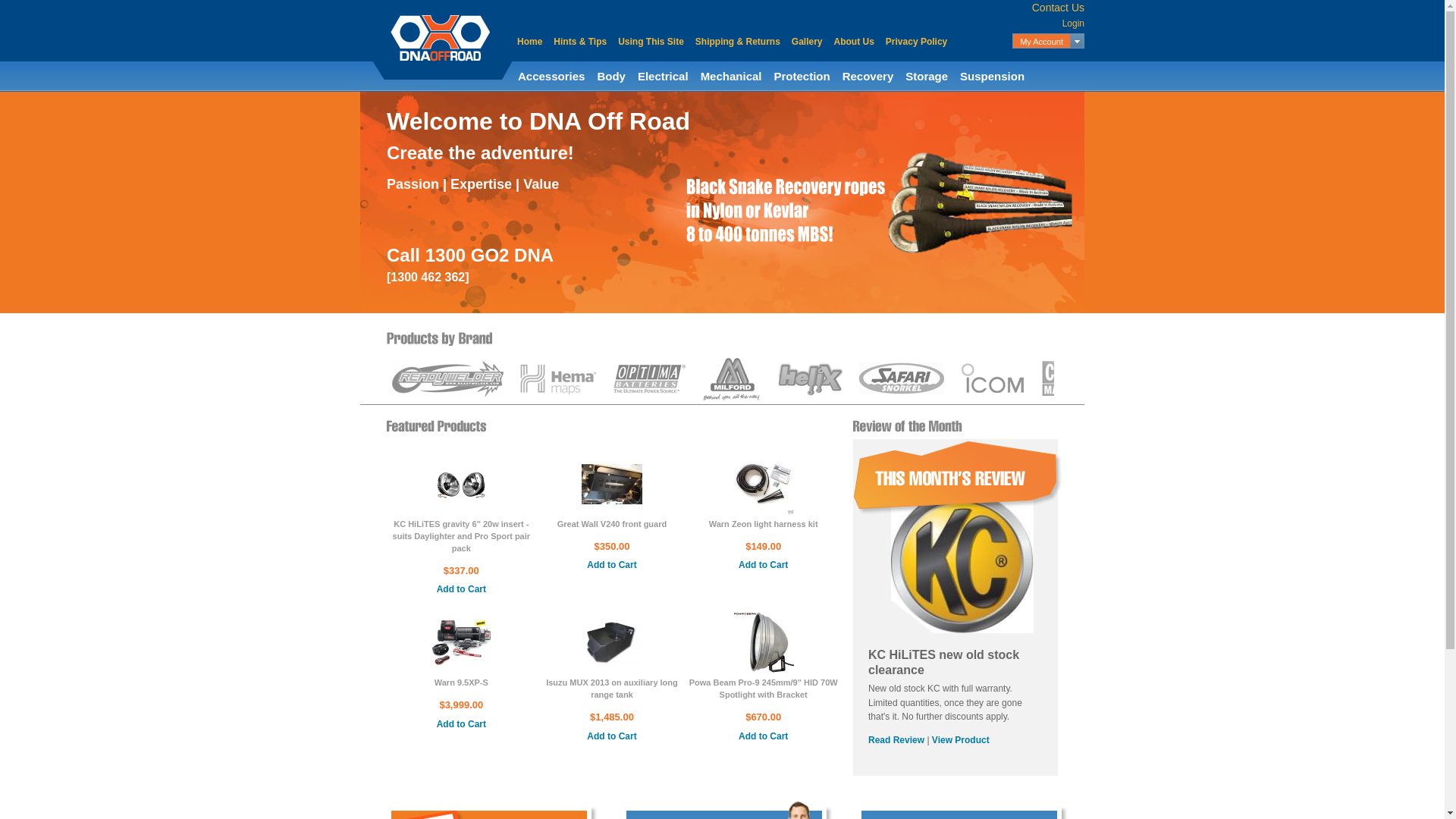 The height and width of the screenshot is (819, 1456). I want to click on 'Recovery', so click(868, 76).